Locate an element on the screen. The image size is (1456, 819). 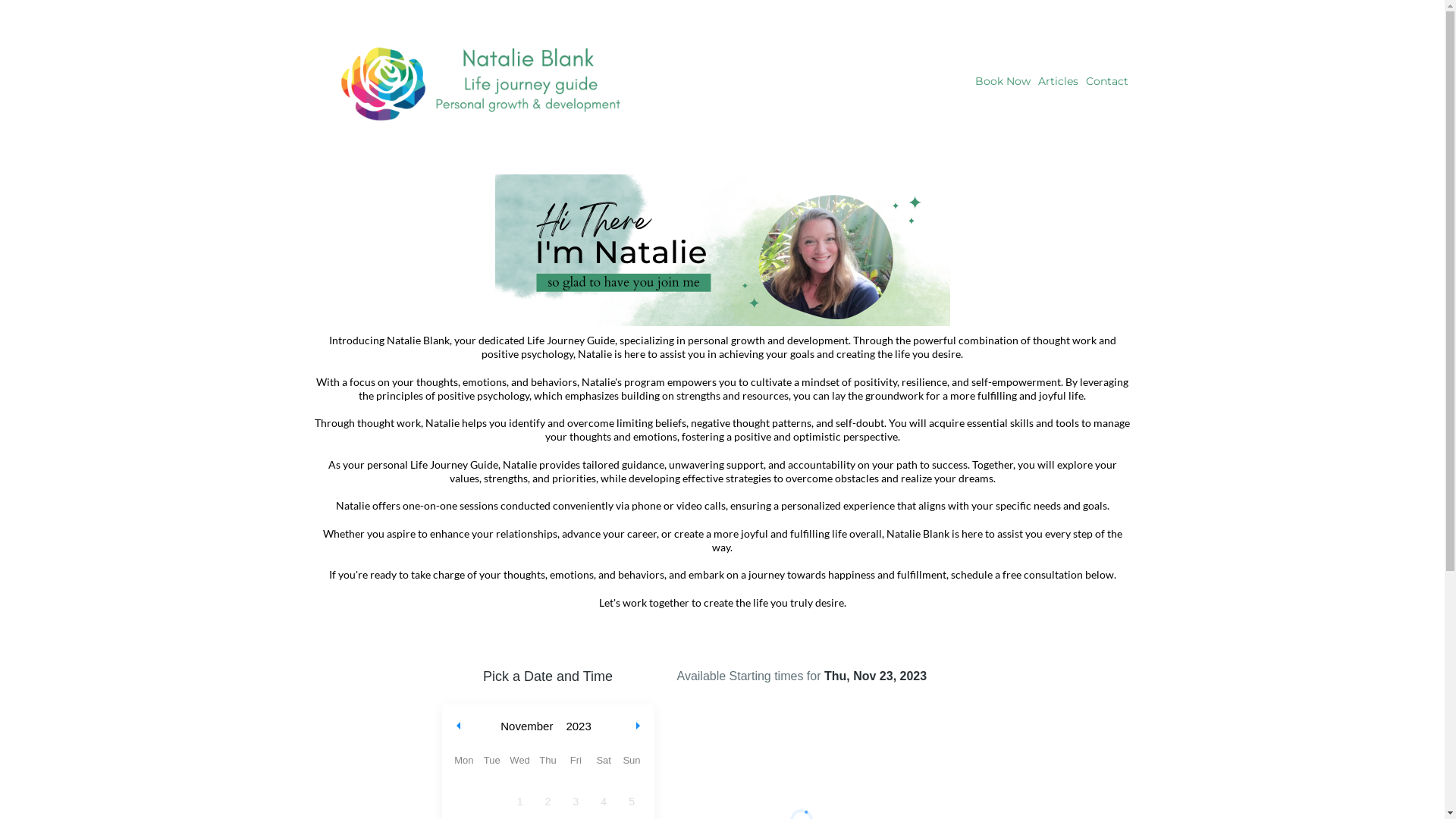
'Book Now' is located at coordinates (971, 81).